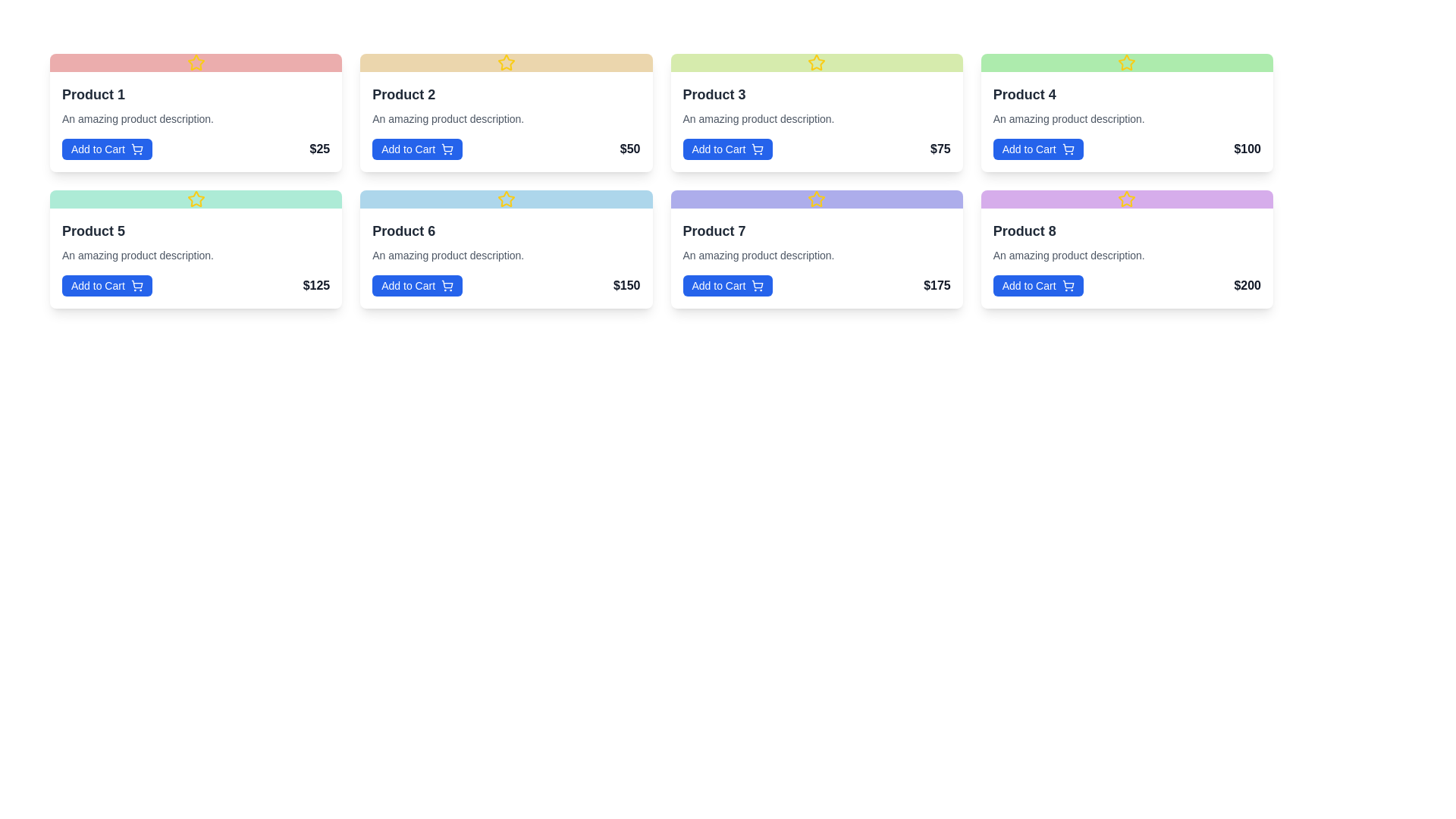 This screenshot has height=819, width=1456. What do you see at coordinates (315, 286) in the screenshot?
I see `the static text displaying '$125' located at the bottom-right corner of the product card for 'Product 5', aligned right of the 'Add to Cart' button` at bounding box center [315, 286].